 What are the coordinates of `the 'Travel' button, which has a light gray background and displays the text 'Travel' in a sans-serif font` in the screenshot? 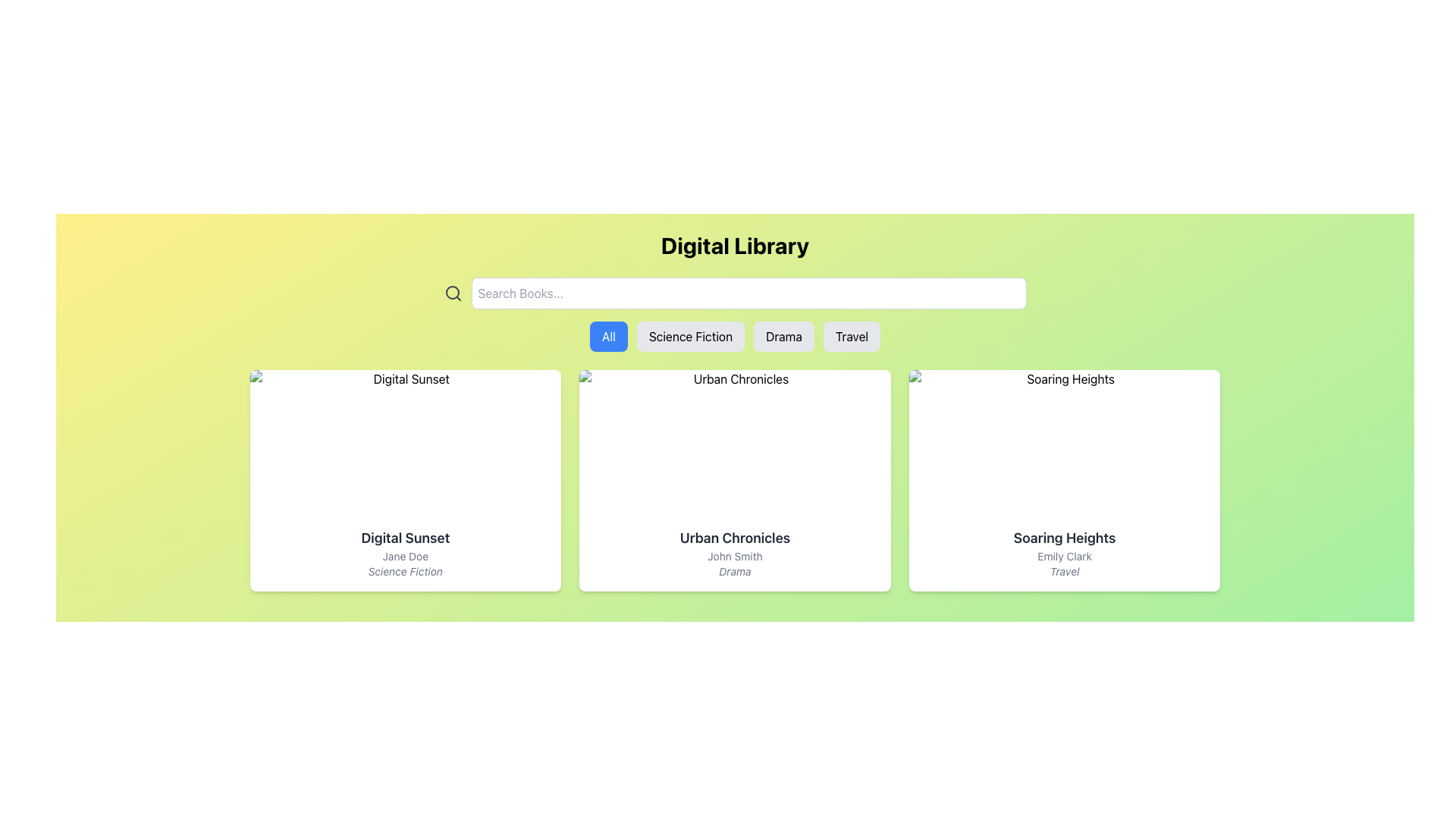 It's located at (852, 335).